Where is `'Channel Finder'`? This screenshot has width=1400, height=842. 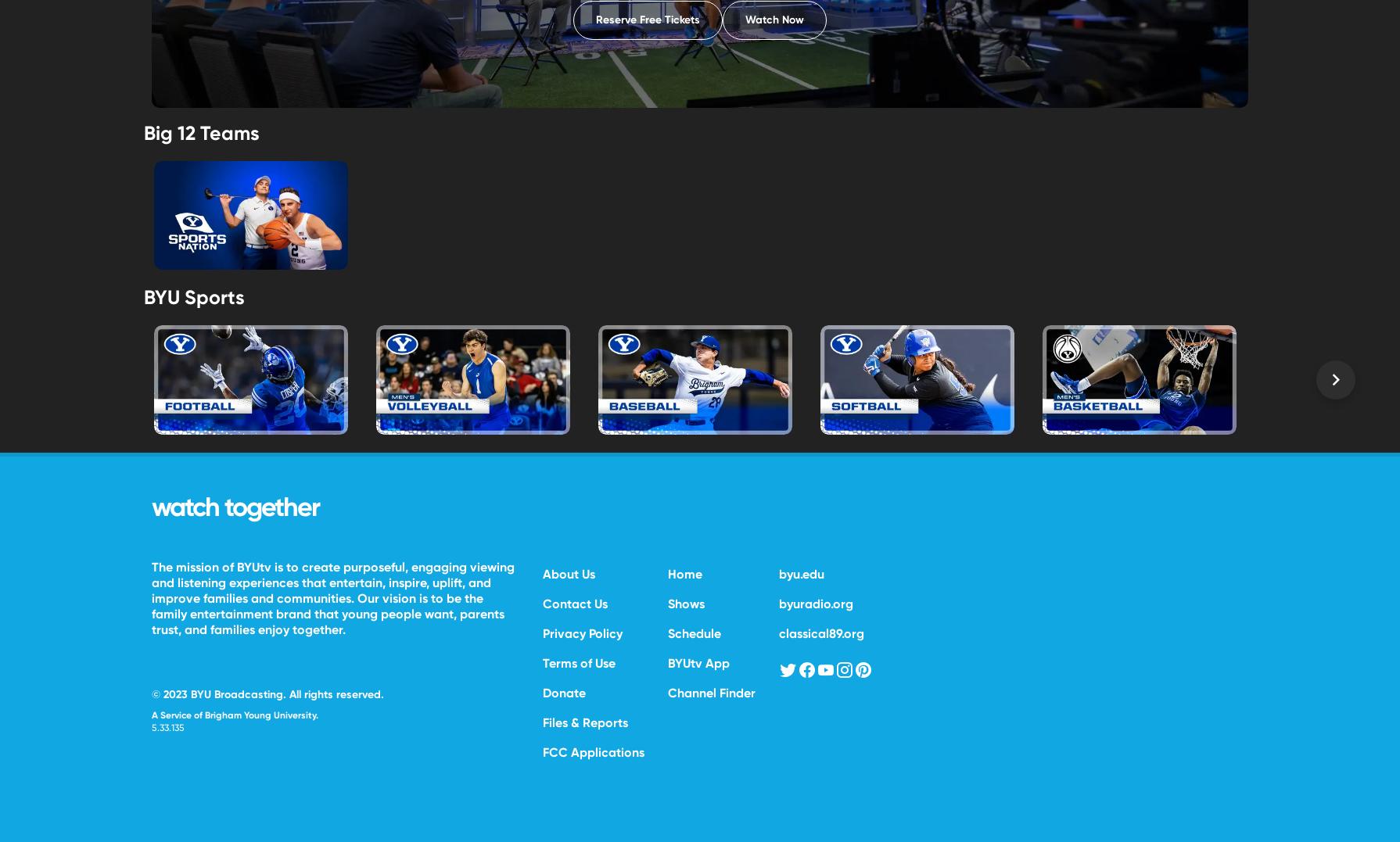 'Channel Finder' is located at coordinates (712, 691).